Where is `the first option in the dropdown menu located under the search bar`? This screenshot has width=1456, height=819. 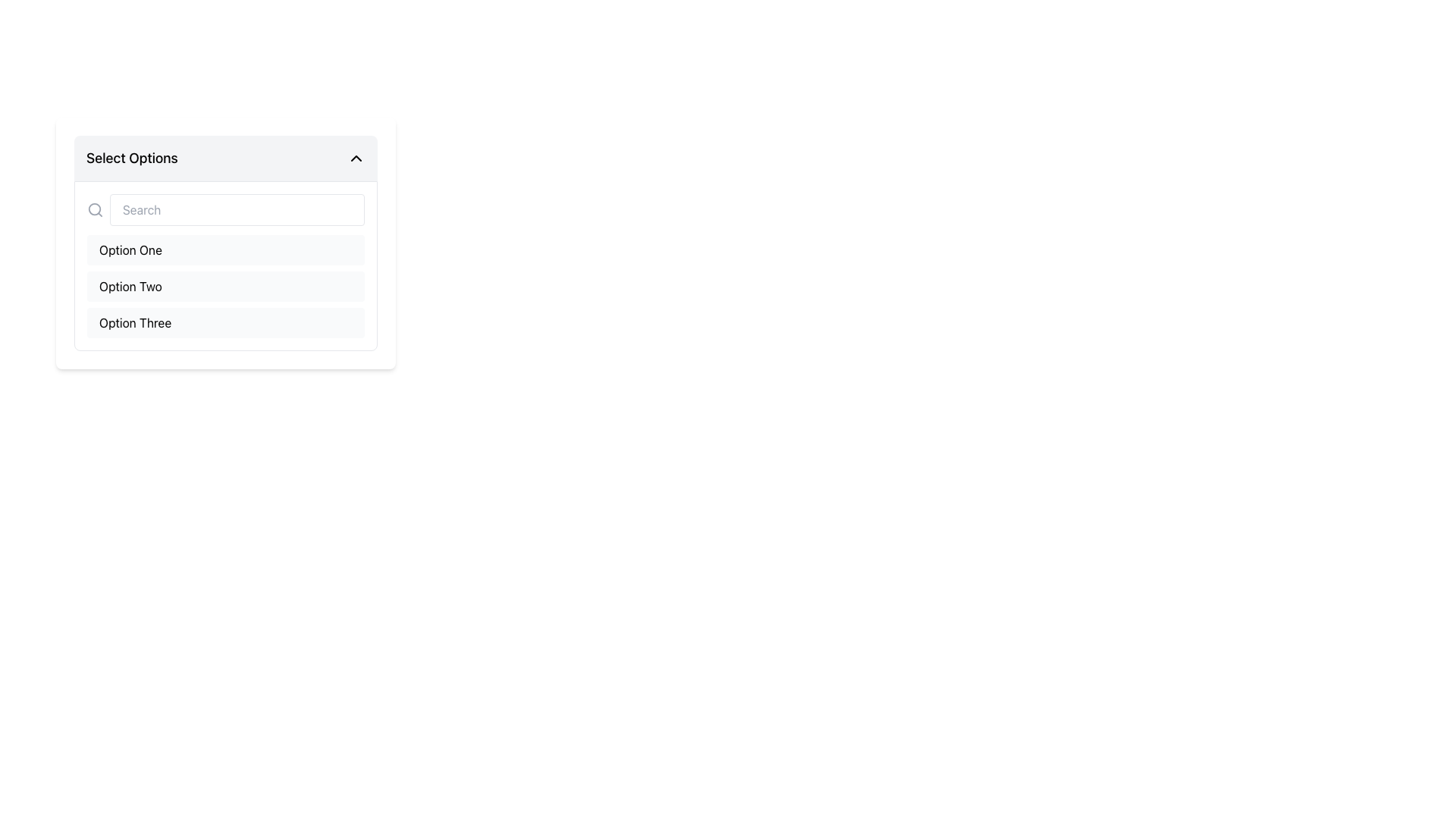 the first option in the dropdown menu located under the search bar is located at coordinates (224, 249).